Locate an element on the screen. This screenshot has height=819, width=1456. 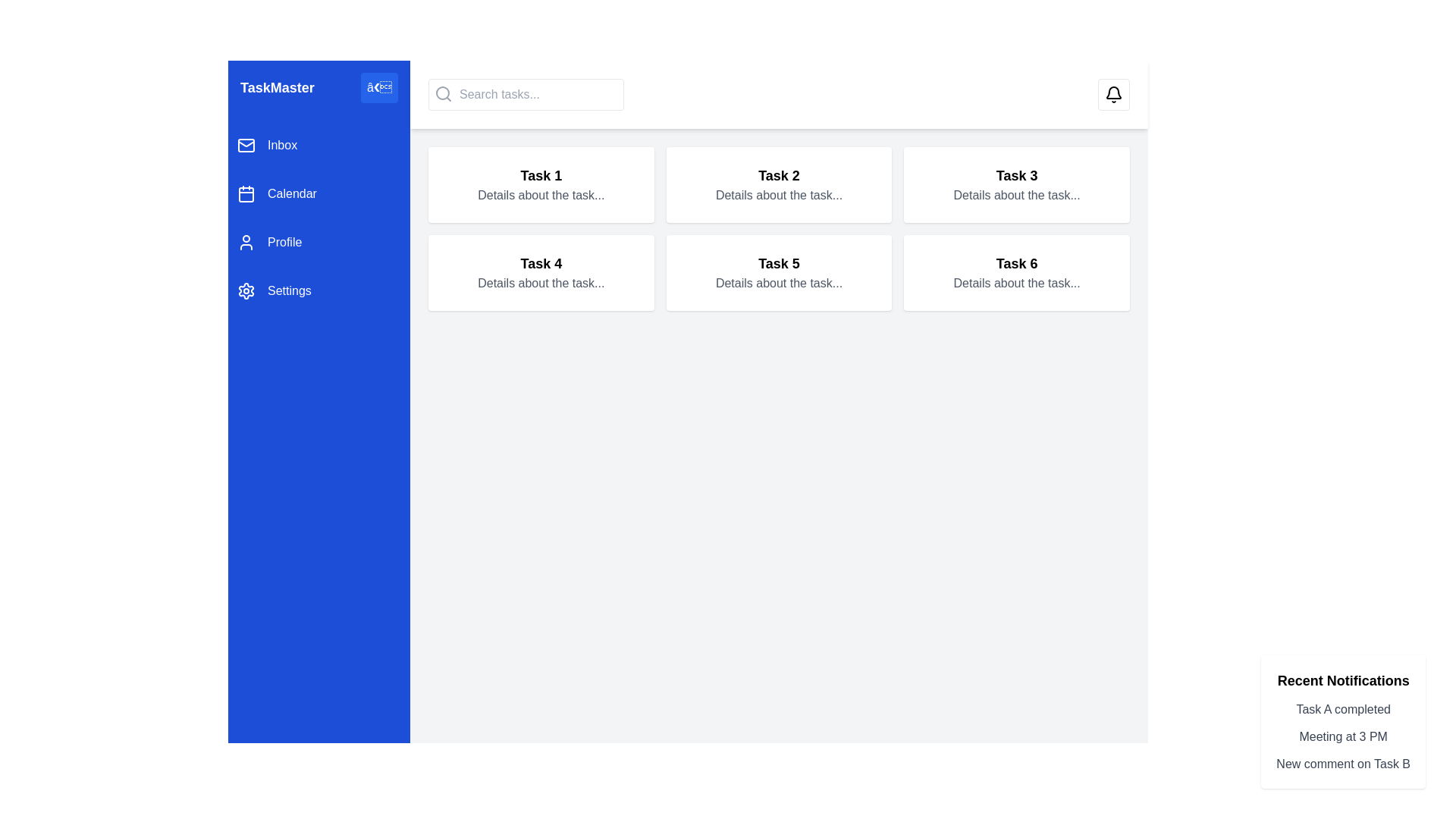
the mail icon, which is an envelope outline located in the left-hand vertical menu of the application interface is located at coordinates (246, 146).